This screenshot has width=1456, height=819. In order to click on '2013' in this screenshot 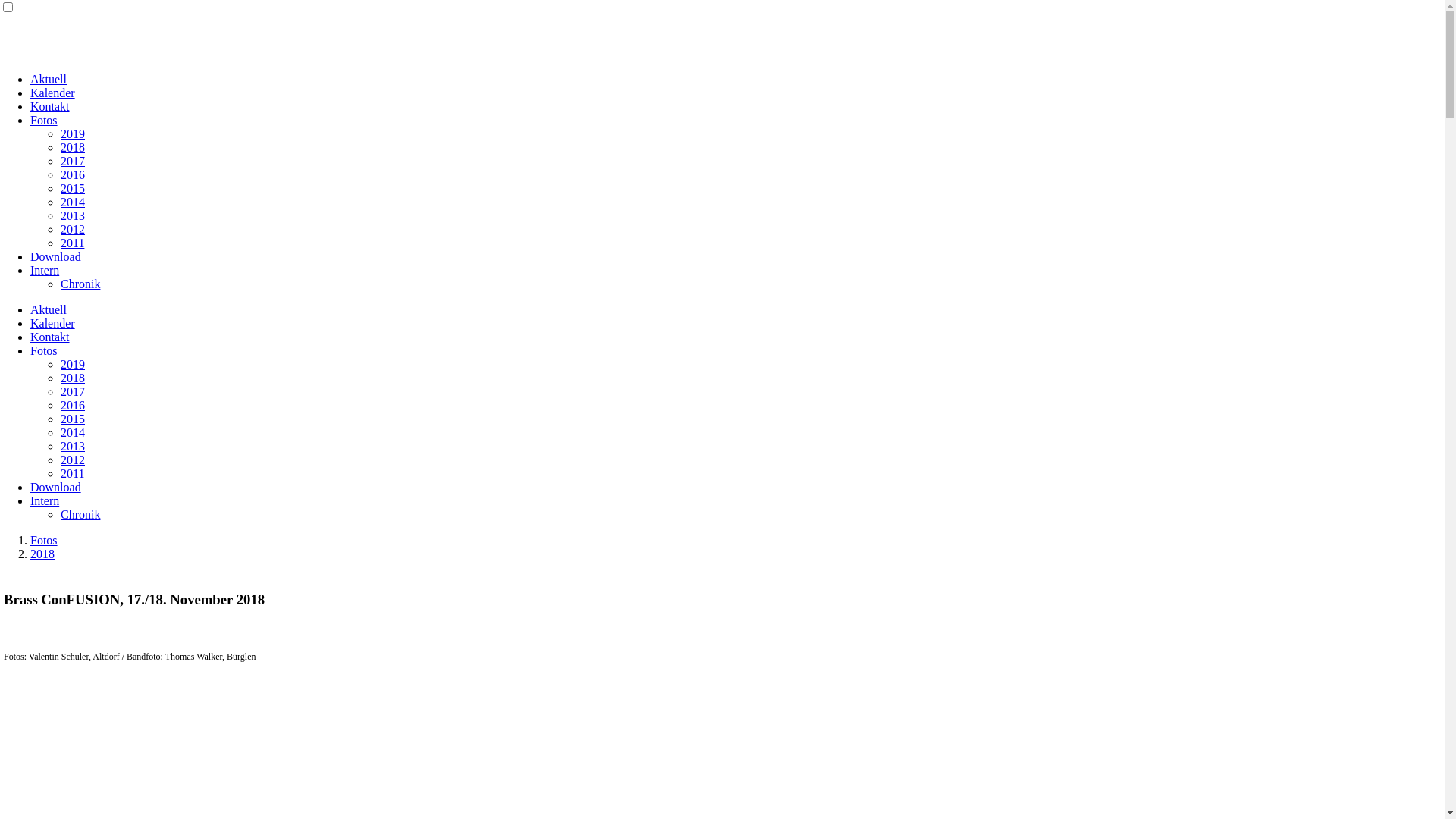, I will do `click(72, 445)`.